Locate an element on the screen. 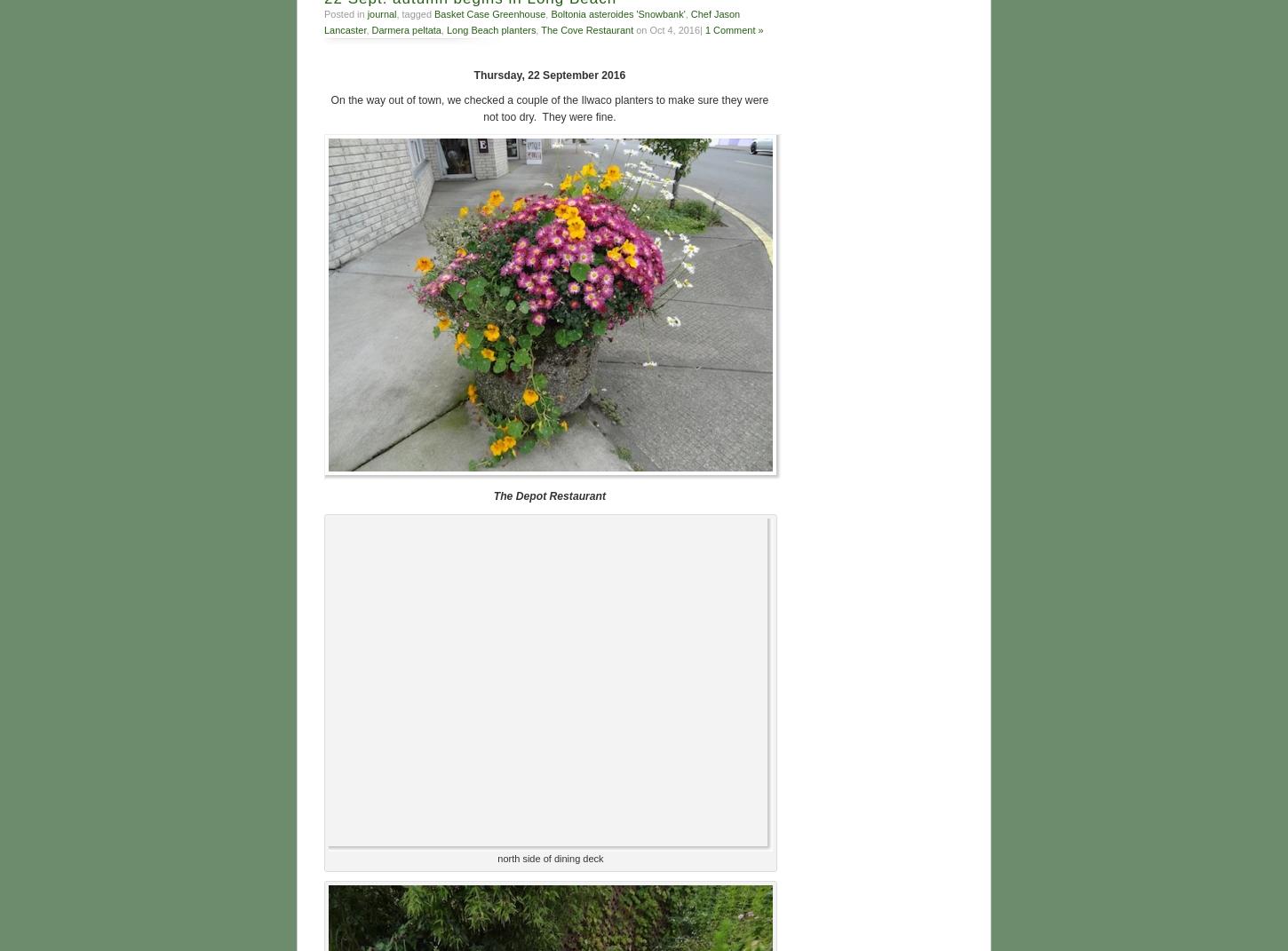 The image size is (1288, 951). ', tagged' is located at coordinates (414, 12).